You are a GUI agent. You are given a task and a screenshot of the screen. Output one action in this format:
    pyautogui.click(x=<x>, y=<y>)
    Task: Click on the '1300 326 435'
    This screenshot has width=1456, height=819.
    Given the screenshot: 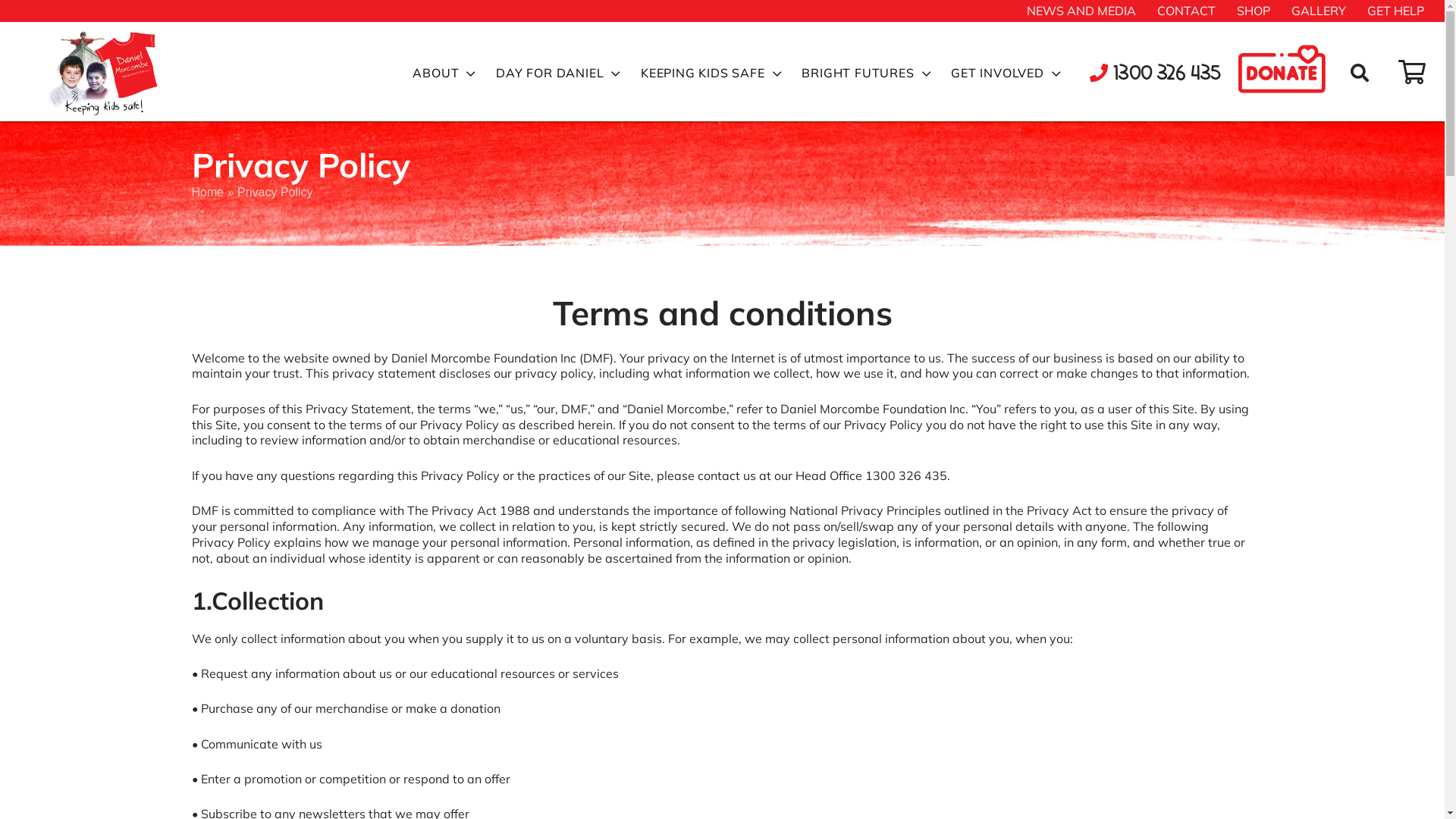 What is the action you would take?
    pyautogui.click(x=1154, y=74)
    